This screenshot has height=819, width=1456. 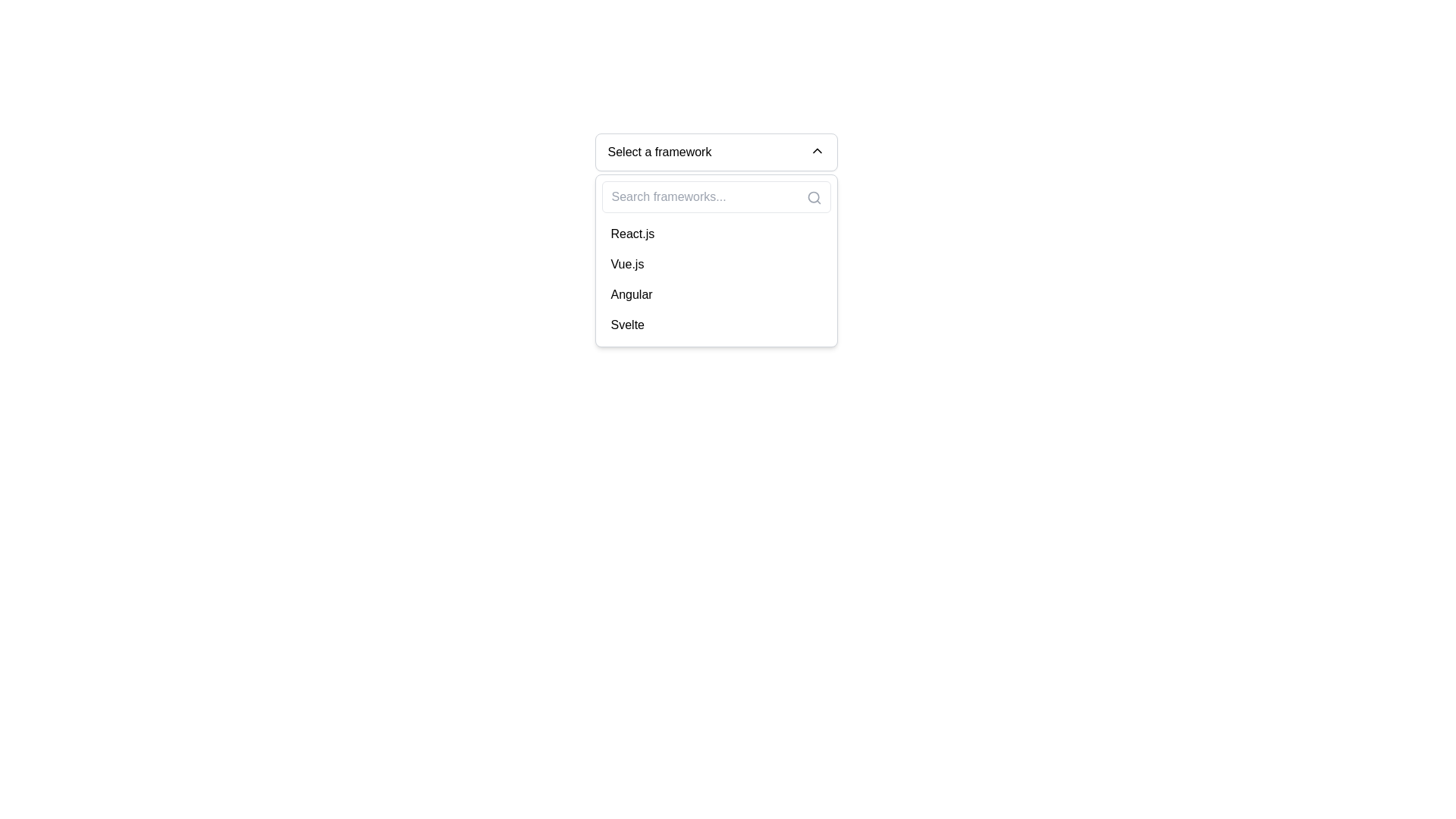 What do you see at coordinates (816, 151) in the screenshot?
I see `the small, upward-pointing chevron icon located to the far right inside the white rectangular drop-down menu trigger labeled 'Select a framework' for a visual response` at bounding box center [816, 151].